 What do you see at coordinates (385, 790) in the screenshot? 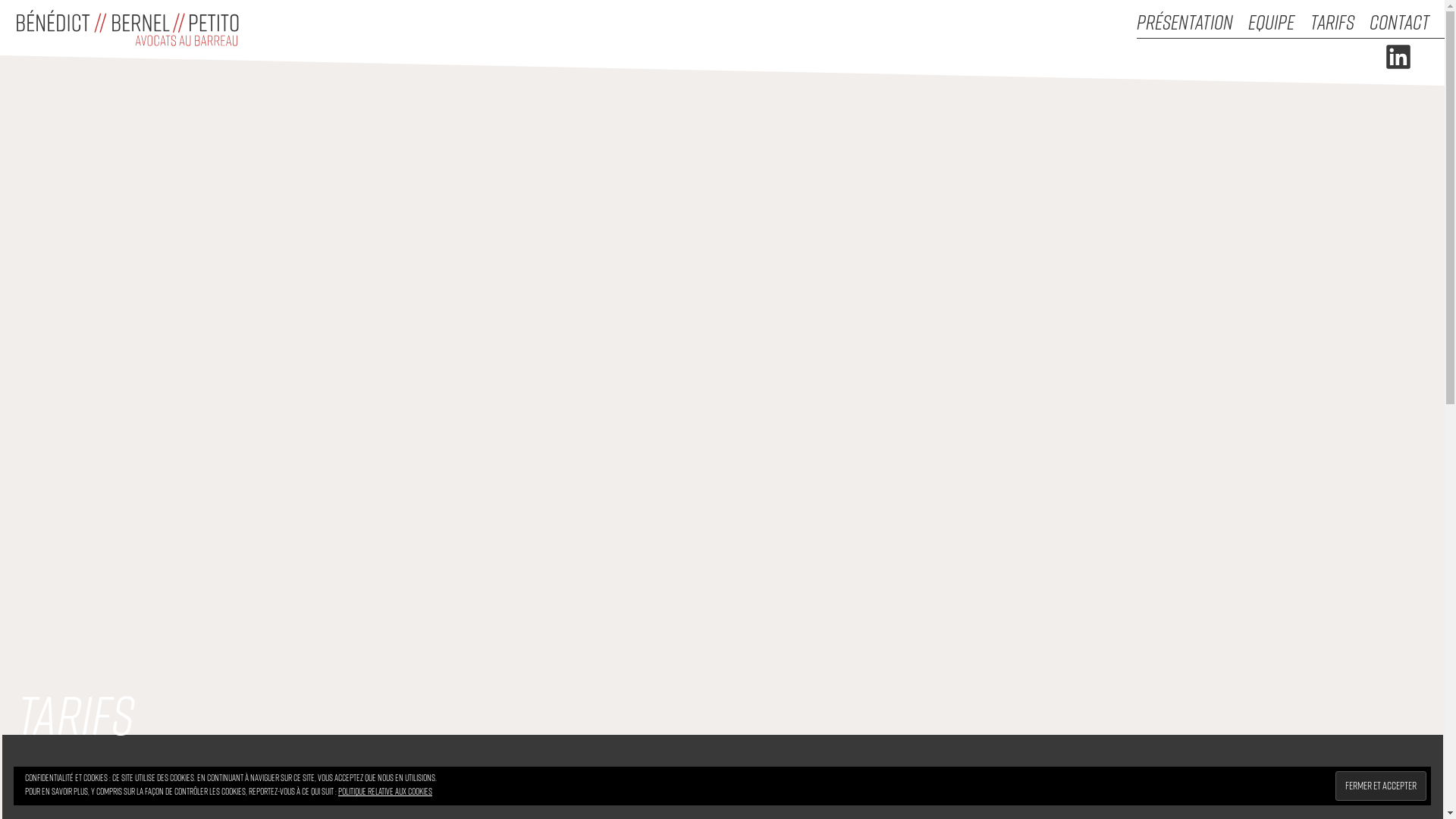
I see `'Politique relative aux cookies'` at bounding box center [385, 790].